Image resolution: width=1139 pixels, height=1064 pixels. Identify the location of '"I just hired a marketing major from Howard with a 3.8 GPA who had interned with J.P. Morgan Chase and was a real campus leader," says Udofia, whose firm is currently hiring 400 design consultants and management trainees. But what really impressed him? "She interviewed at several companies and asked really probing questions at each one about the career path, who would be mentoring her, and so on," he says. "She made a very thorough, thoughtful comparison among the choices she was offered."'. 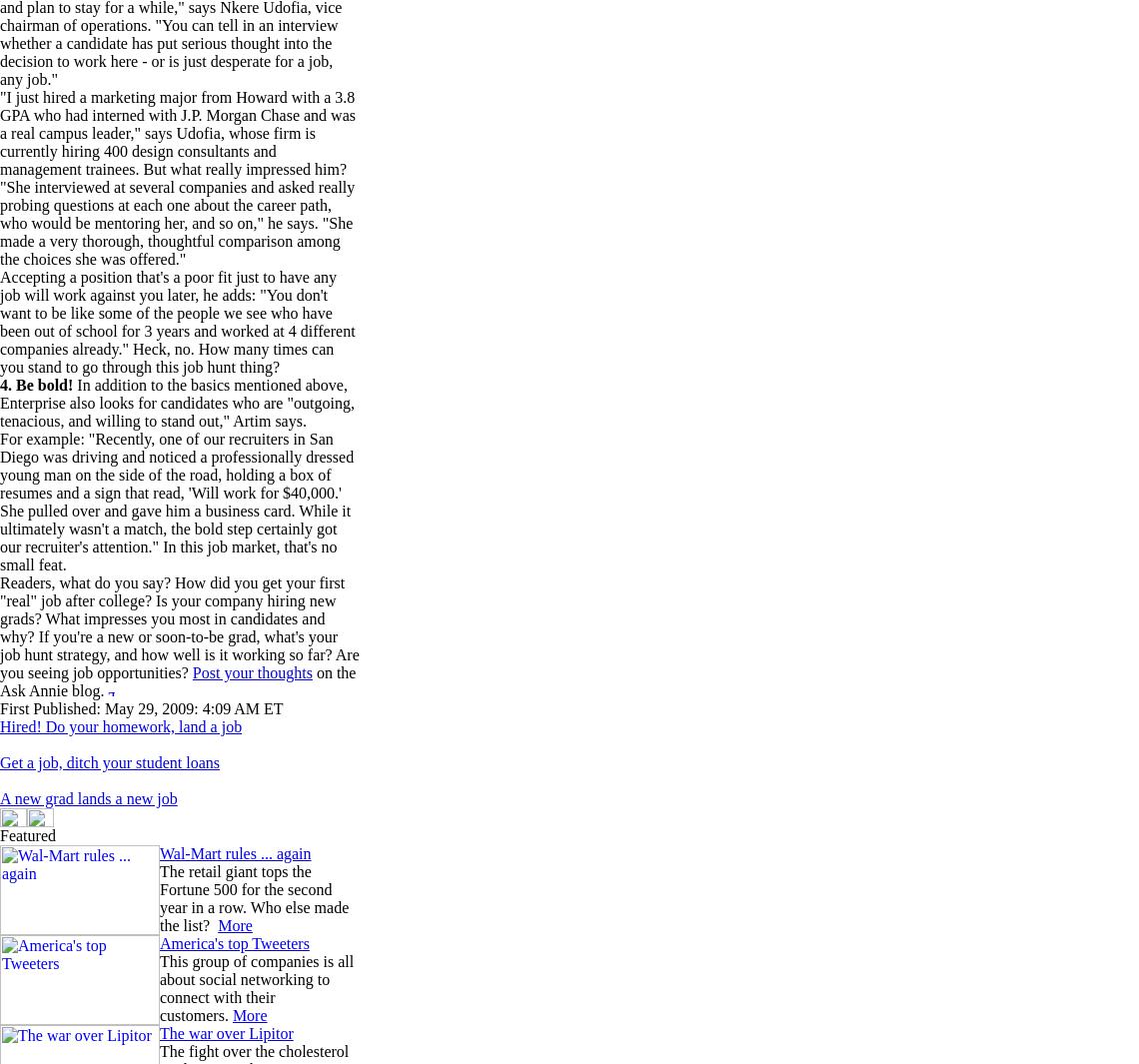
(177, 177).